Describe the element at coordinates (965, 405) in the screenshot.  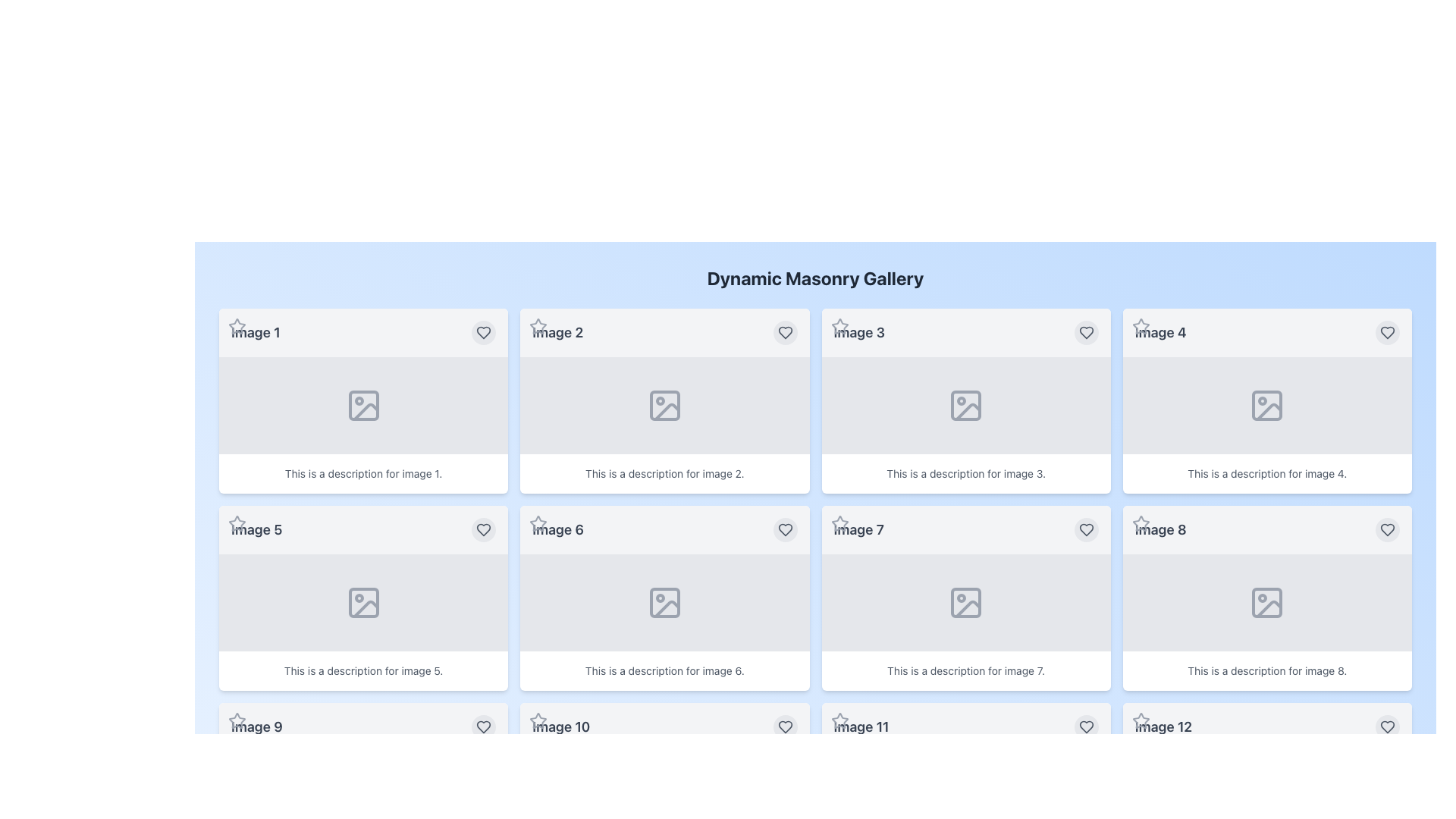
I see `the image placeholder icon located within the card labeled 'Image 3' in the dynamic masonry gallery layout` at that location.